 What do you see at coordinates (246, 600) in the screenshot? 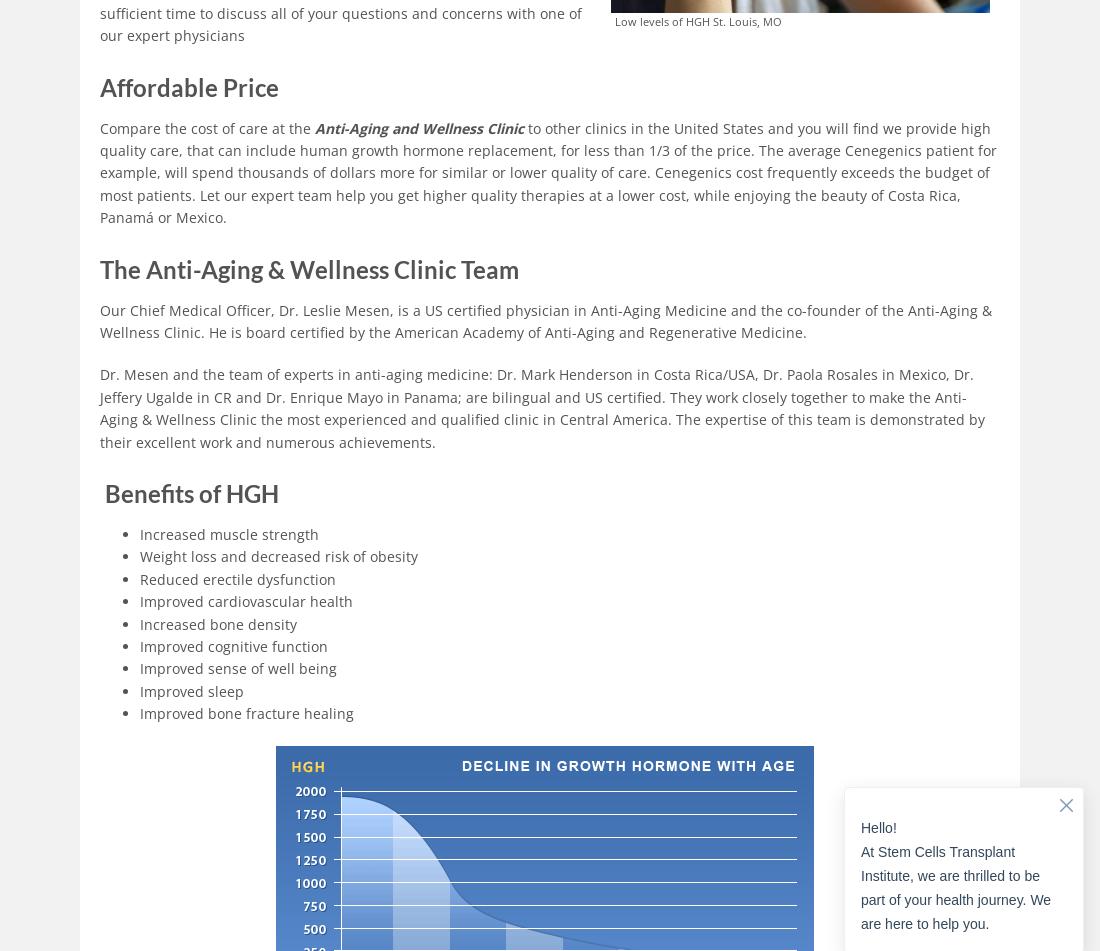
I see `'Improved cardiovascular health'` at bounding box center [246, 600].